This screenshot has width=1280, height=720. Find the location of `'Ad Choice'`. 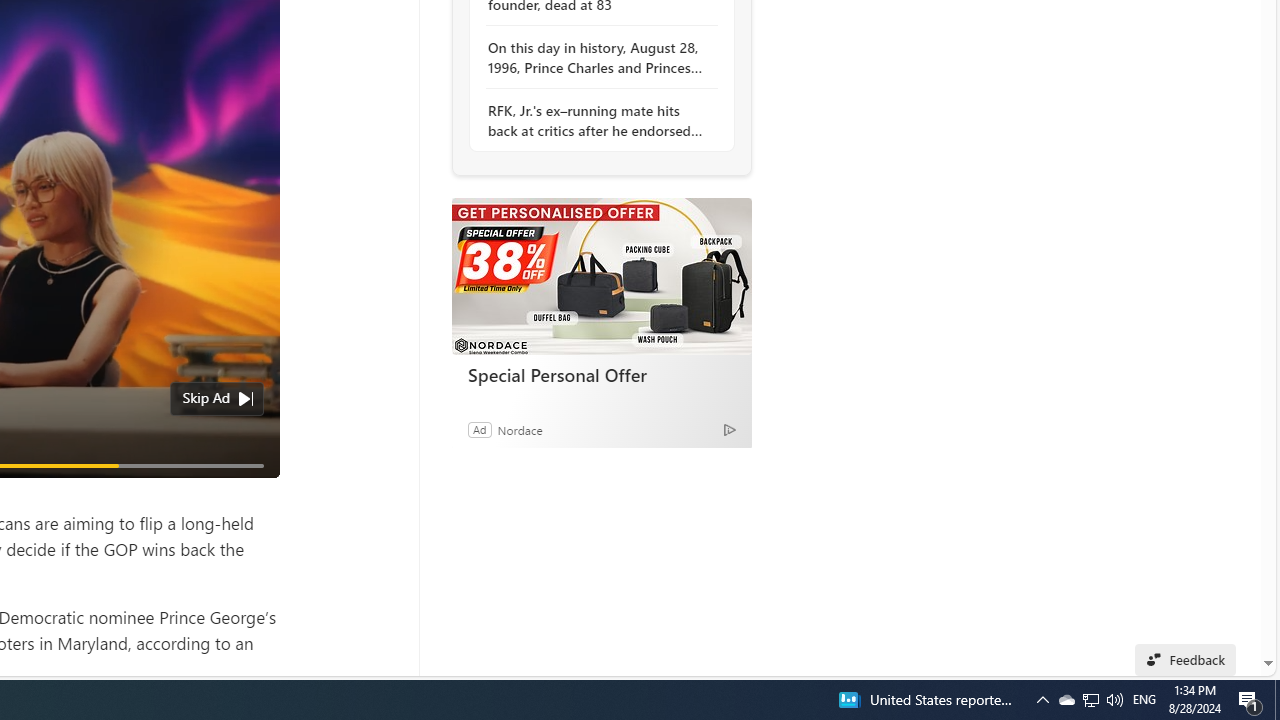

'Ad Choice' is located at coordinates (728, 428).